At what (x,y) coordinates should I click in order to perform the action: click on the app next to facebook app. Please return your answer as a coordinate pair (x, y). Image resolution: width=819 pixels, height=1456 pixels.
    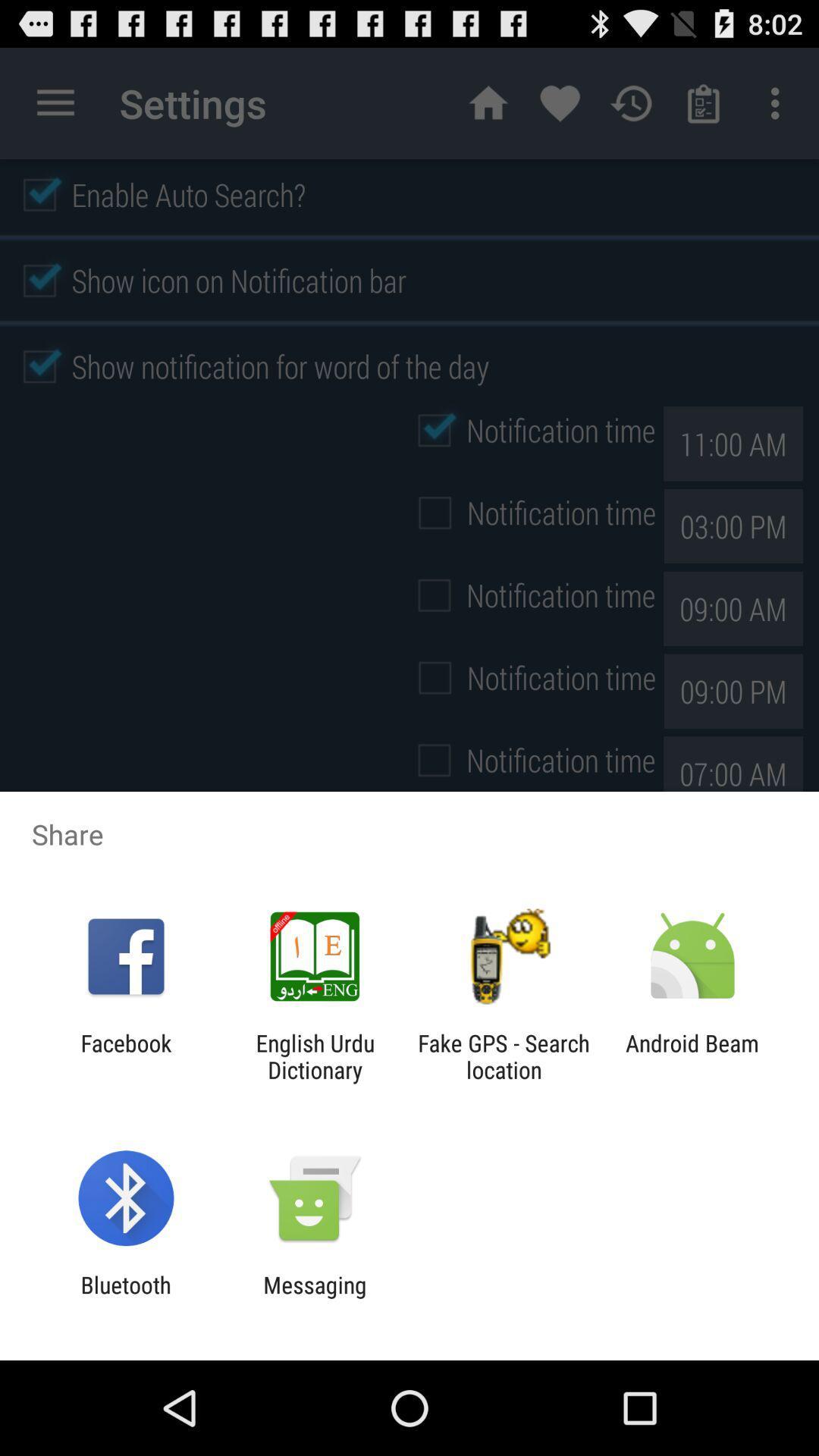
    Looking at the image, I should click on (314, 1056).